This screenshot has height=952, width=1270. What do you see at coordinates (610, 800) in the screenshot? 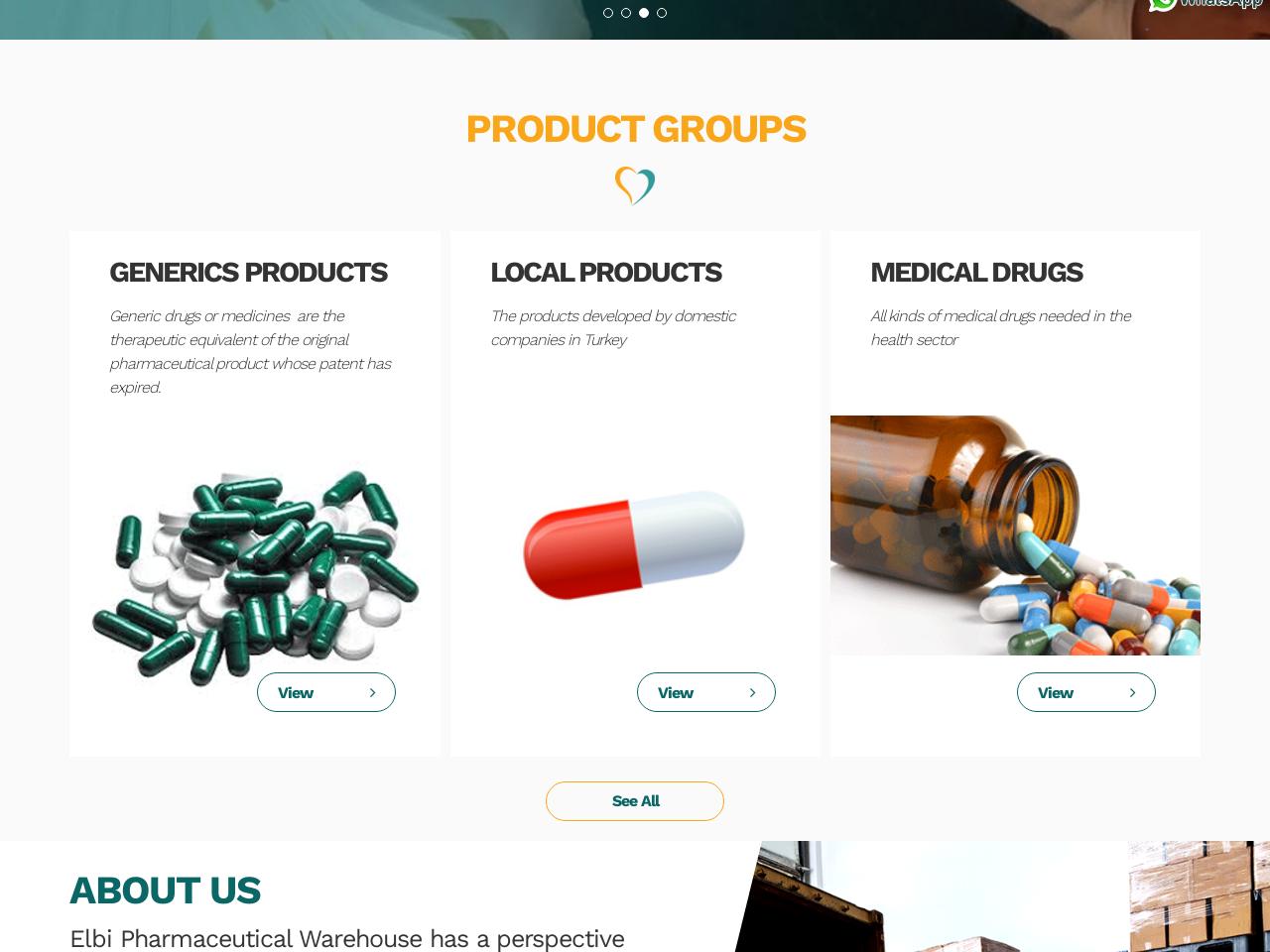
I see `'See All'` at bounding box center [610, 800].